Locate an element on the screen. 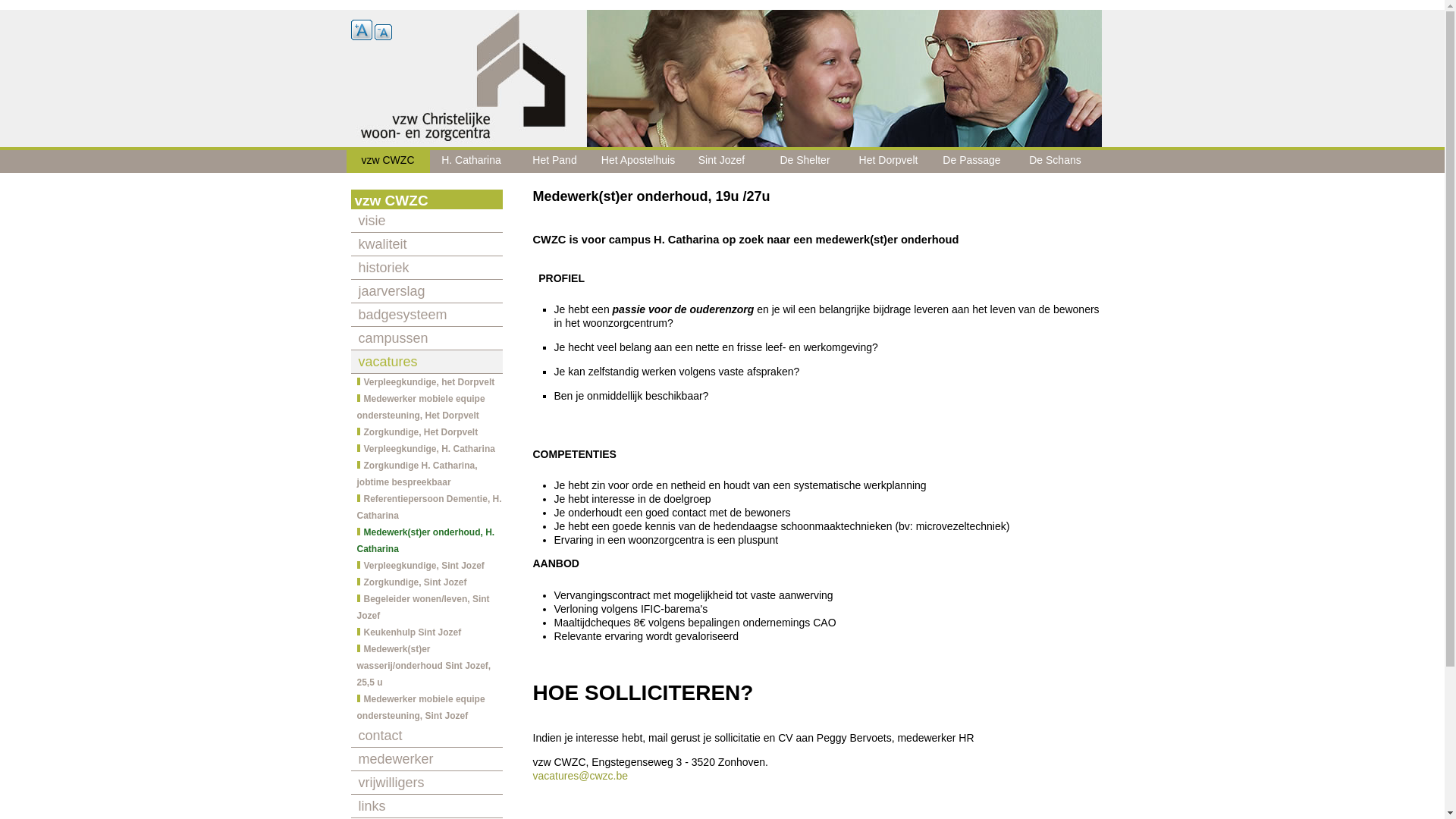  'Verpleegkundige, het Dorpvelt' is located at coordinates (425, 381).